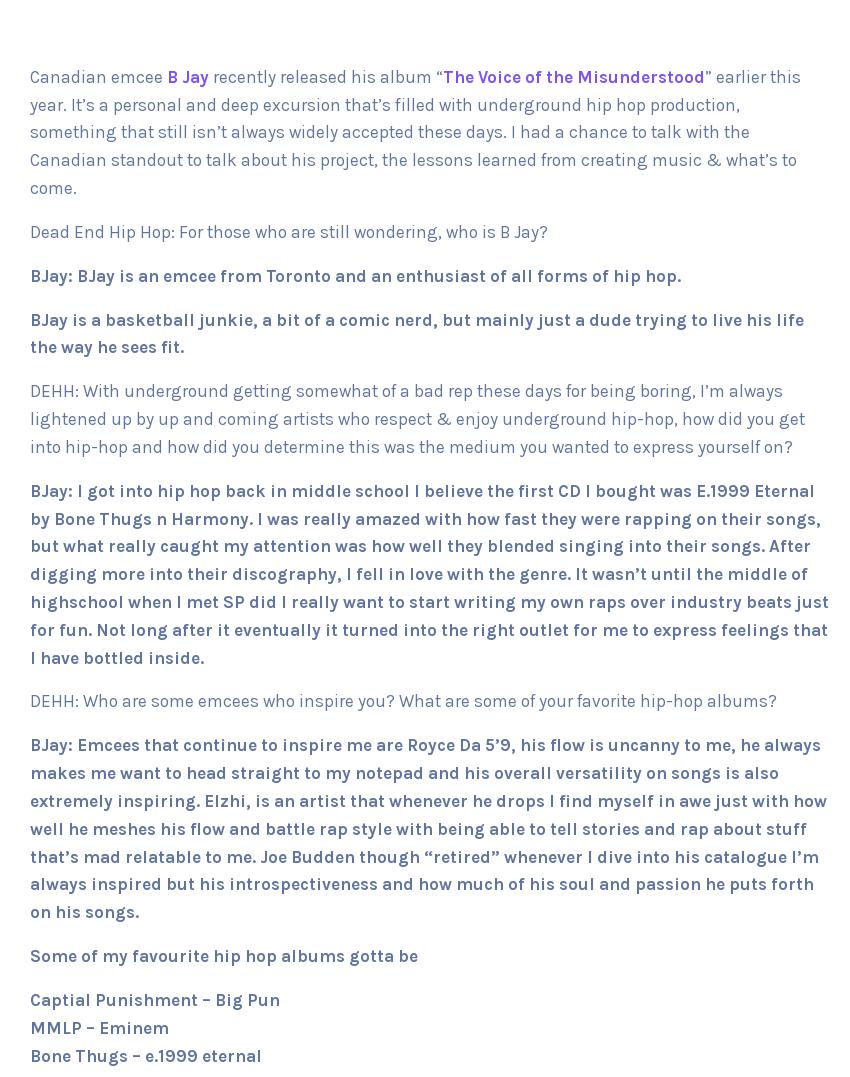  What do you see at coordinates (146, 1055) in the screenshot?
I see `'Bone Thugs – e.1999 eternal'` at bounding box center [146, 1055].